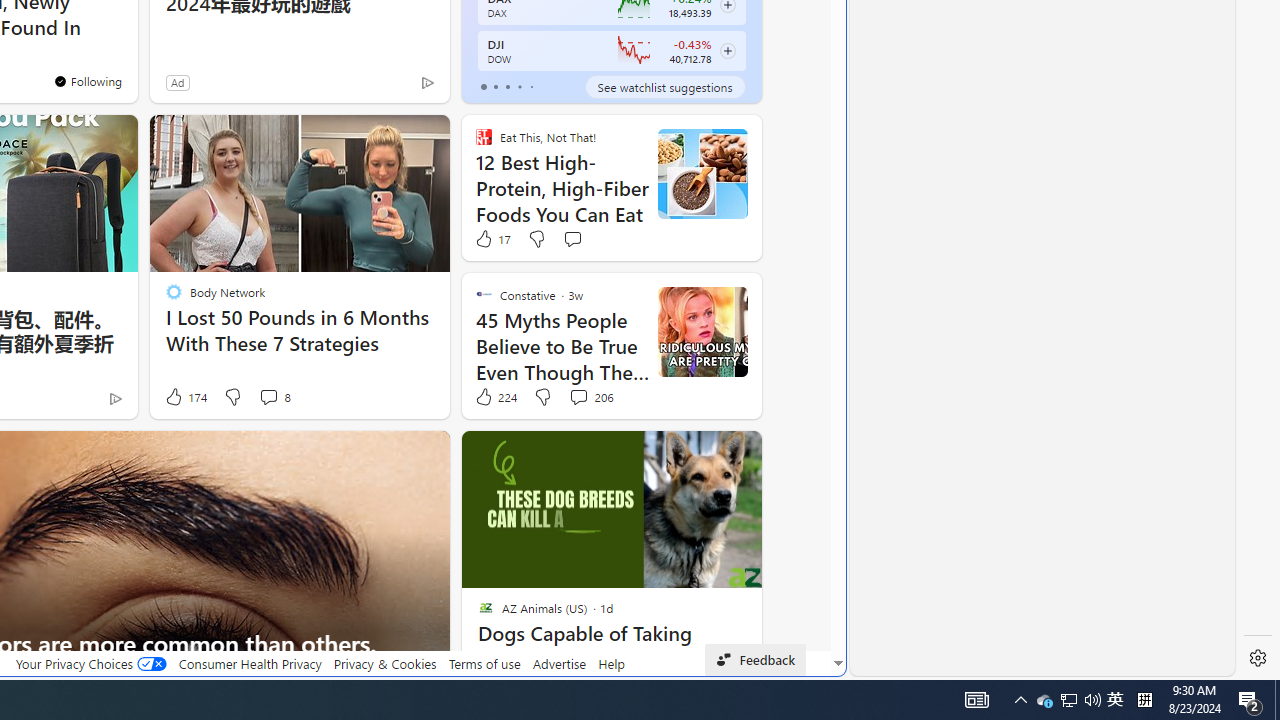 Image resolution: width=1280 pixels, height=720 pixels. Describe the element at coordinates (590, 397) in the screenshot. I see `'View comments 206 Comment'` at that location.